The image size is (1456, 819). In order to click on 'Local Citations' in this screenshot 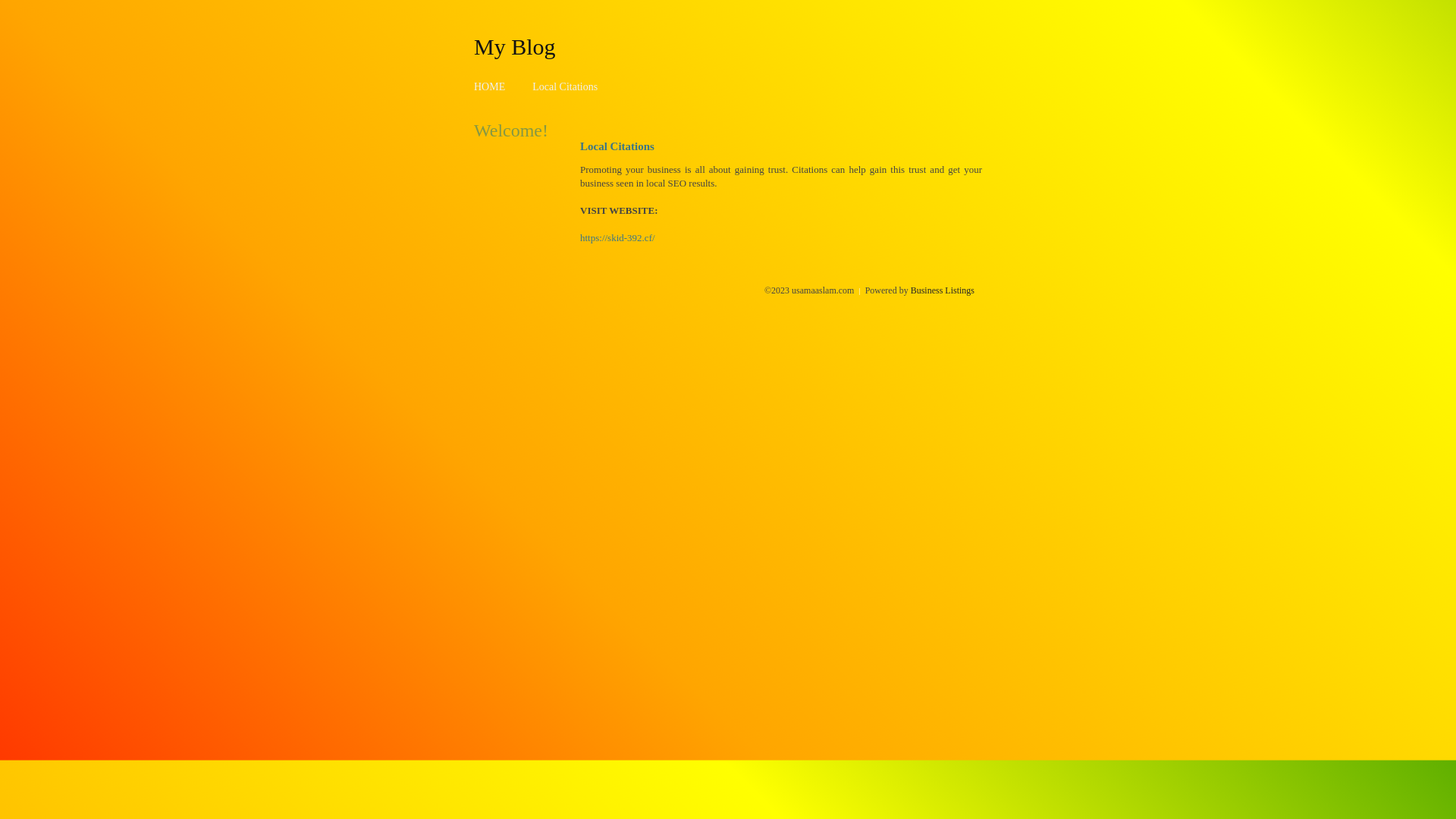, I will do `click(563, 86)`.